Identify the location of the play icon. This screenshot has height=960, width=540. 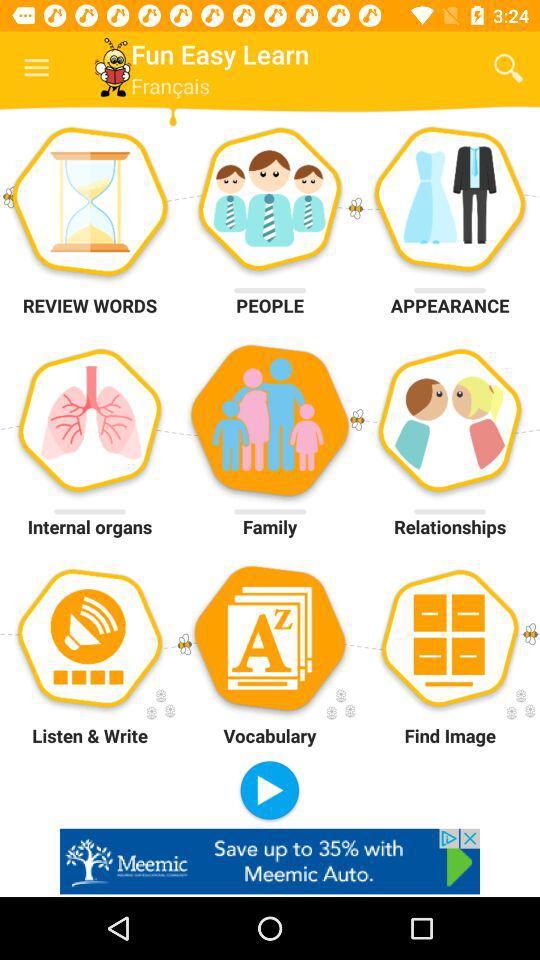
(269, 791).